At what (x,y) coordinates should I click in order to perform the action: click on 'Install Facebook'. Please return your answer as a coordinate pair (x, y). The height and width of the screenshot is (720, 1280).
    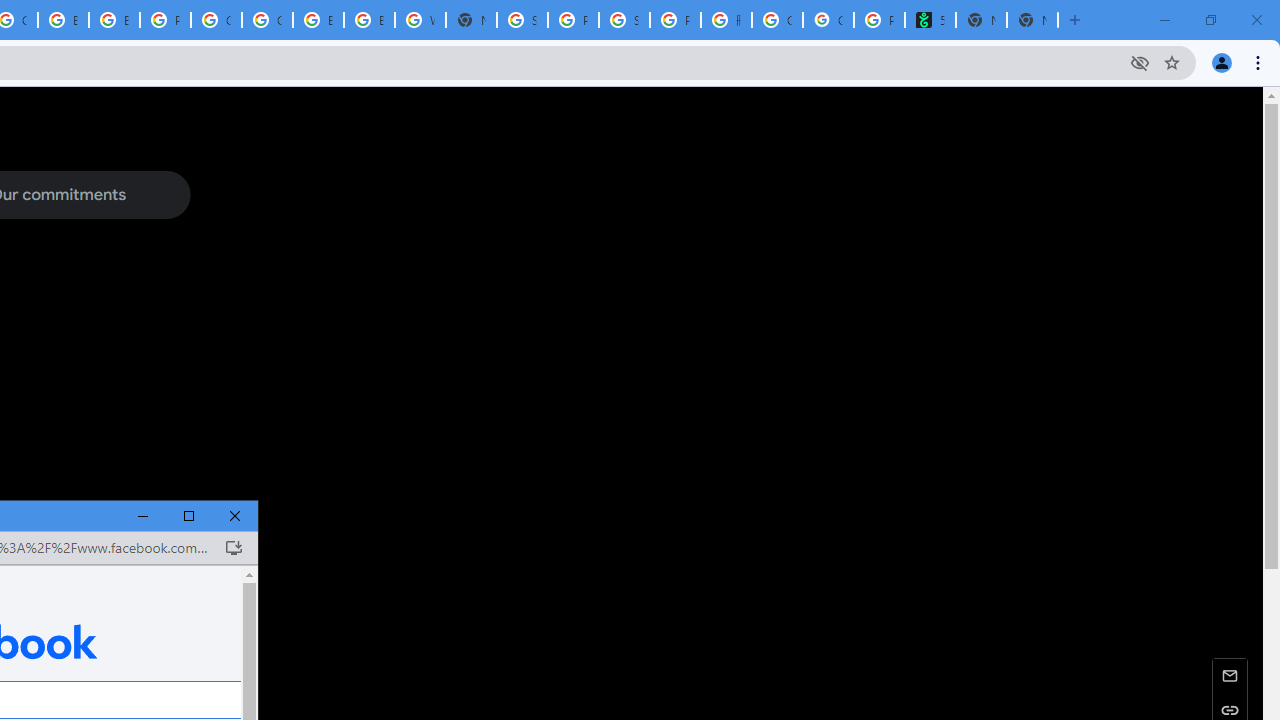
    Looking at the image, I should click on (233, 547).